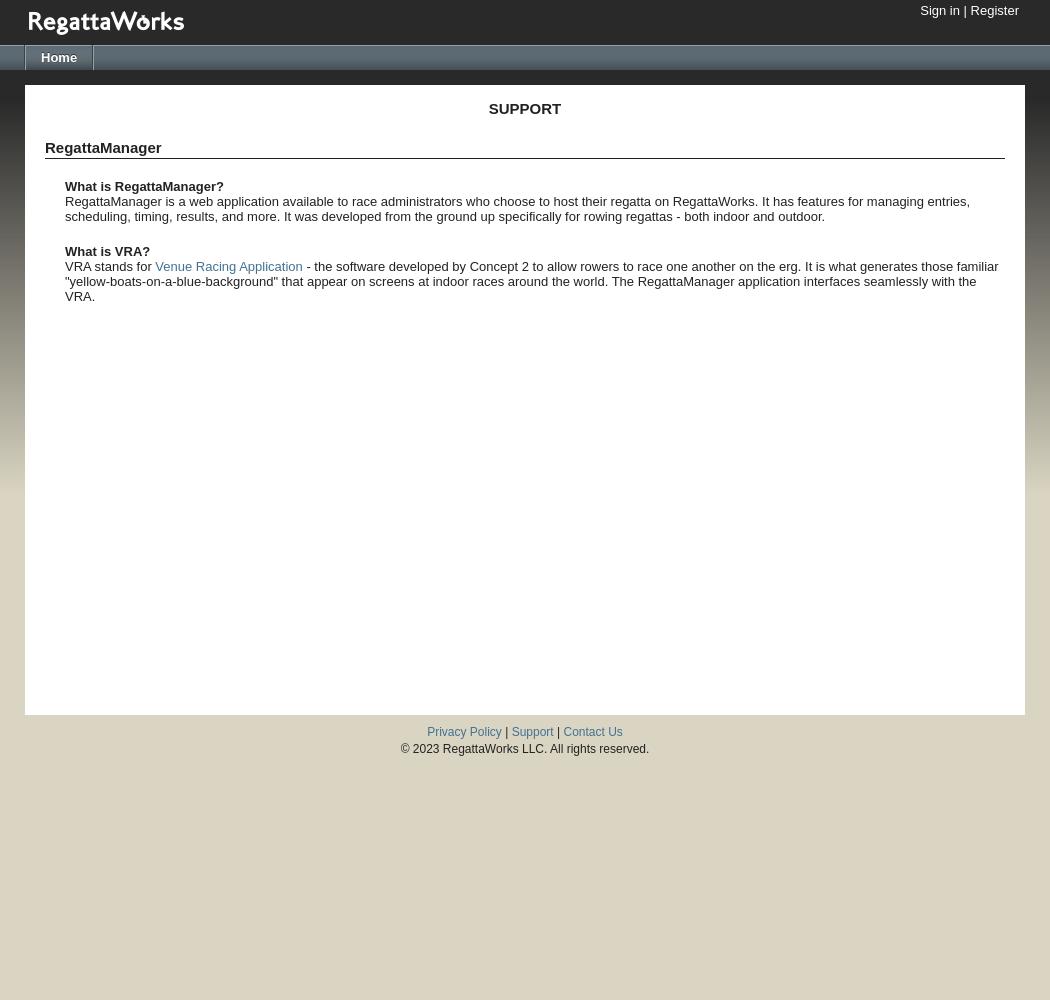  What do you see at coordinates (228, 266) in the screenshot?
I see `'Venue Racing Application'` at bounding box center [228, 266].